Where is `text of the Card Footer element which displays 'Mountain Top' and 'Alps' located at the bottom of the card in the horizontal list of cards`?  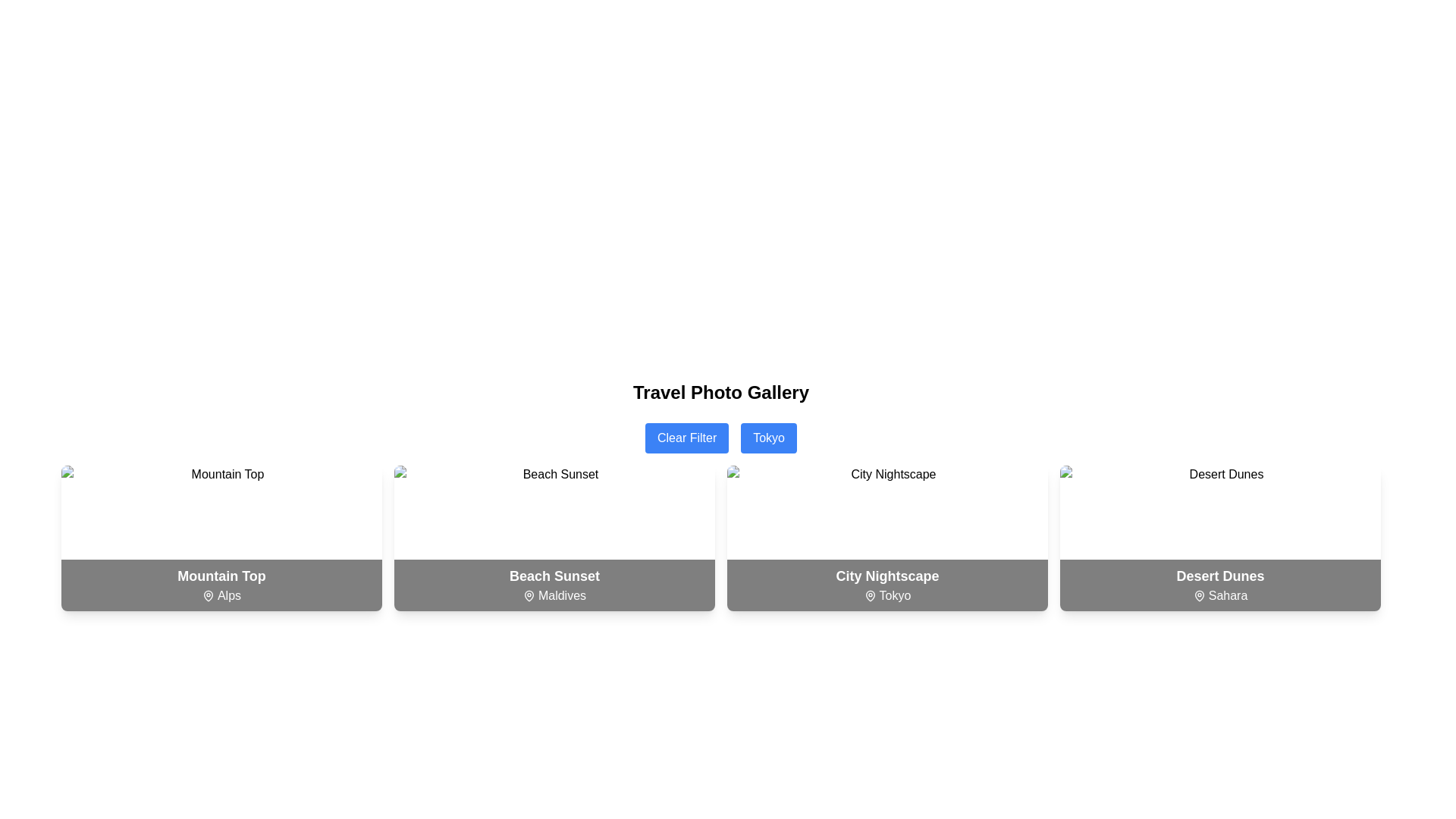 text of the Card Footer element which displays 'Mountain Top' and 'Alps' located at the bottom of the card in the horizontal list of cards is located at coordinates (221, 584).